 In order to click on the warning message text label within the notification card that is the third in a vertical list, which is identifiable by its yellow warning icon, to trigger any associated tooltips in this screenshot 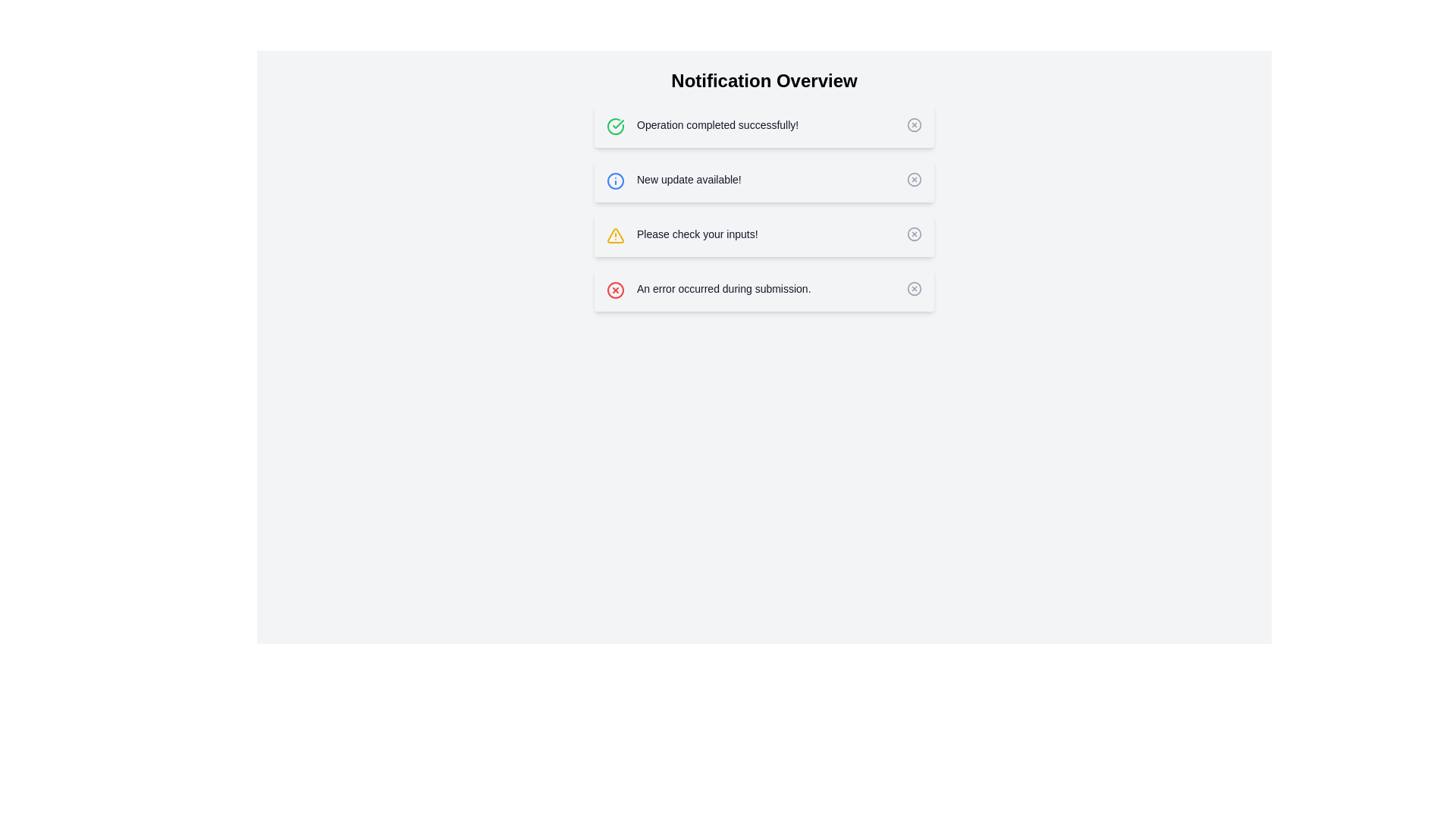, I will do `click(696, 234)`.